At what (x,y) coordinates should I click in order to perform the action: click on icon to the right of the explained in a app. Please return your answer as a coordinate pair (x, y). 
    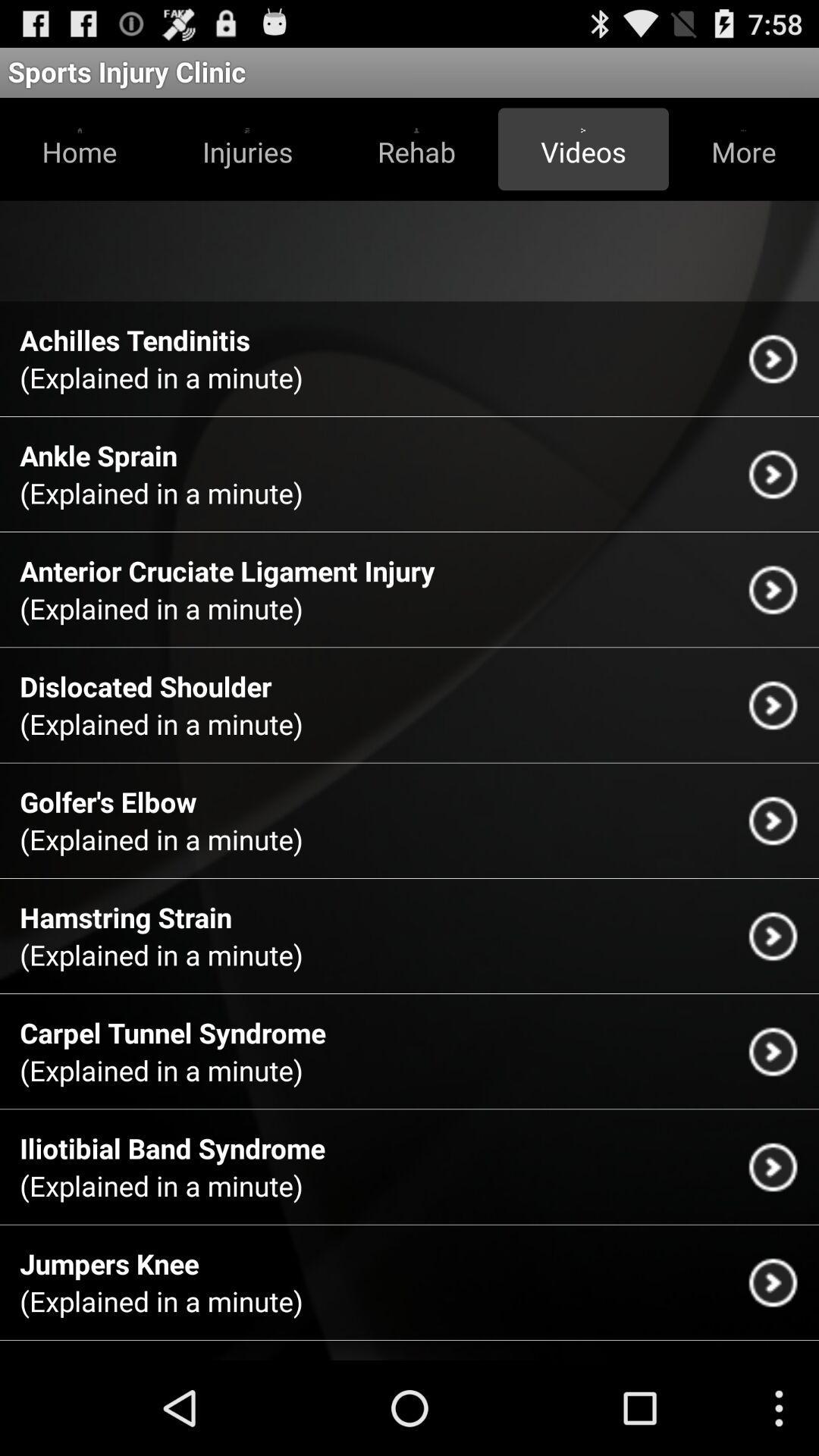
    Looking at the image, I should click on (773, 358).